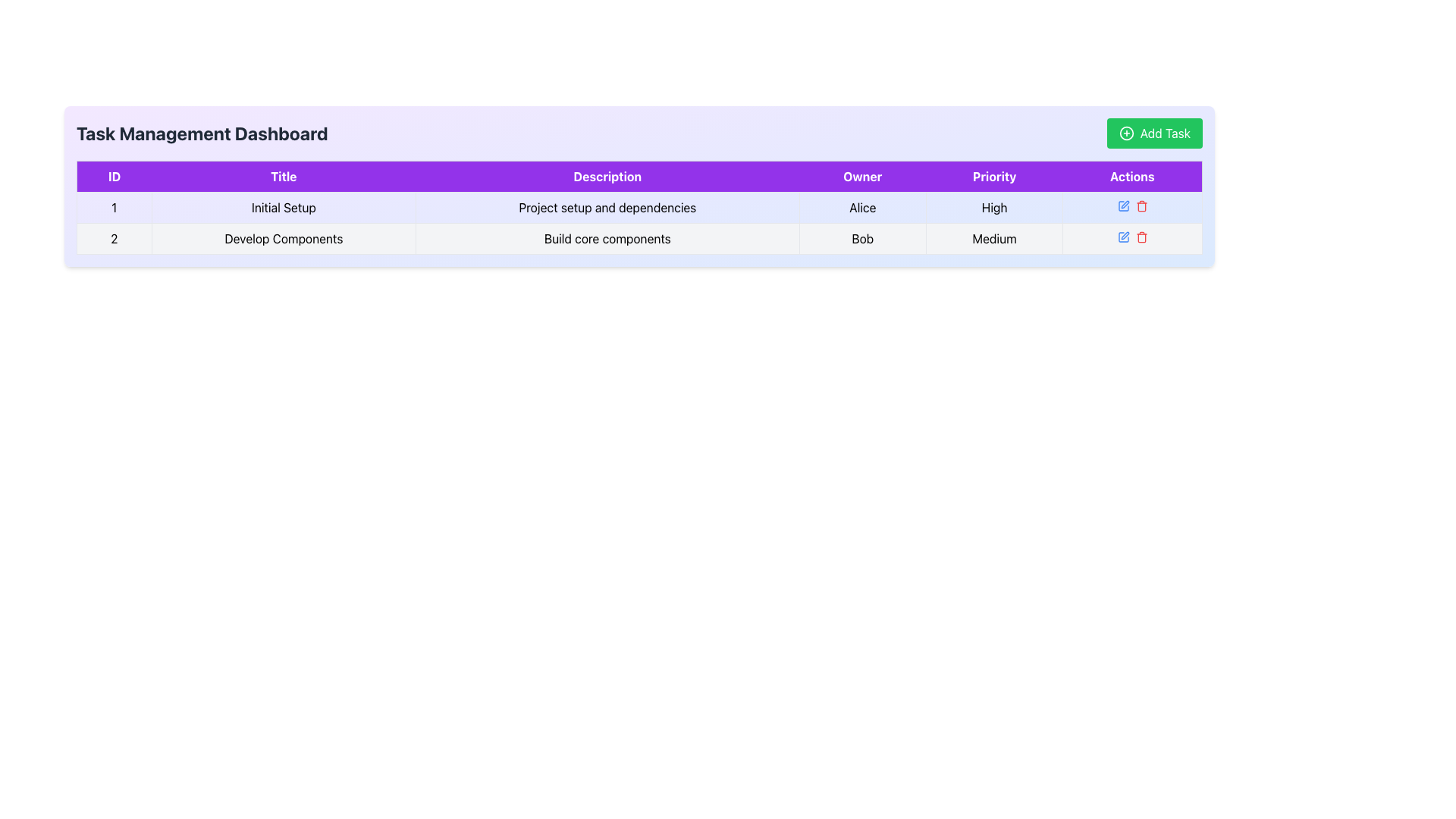 This screenshot has width=1456, height=819. Describe the element at coordinates (639, 223) in the screenshot. I see `the first row of the table that contains ID '1', Title 'Initial Setup', Description 'Project setup and dependencies', Owner 'Alice', and Priority 'High'` at that location.